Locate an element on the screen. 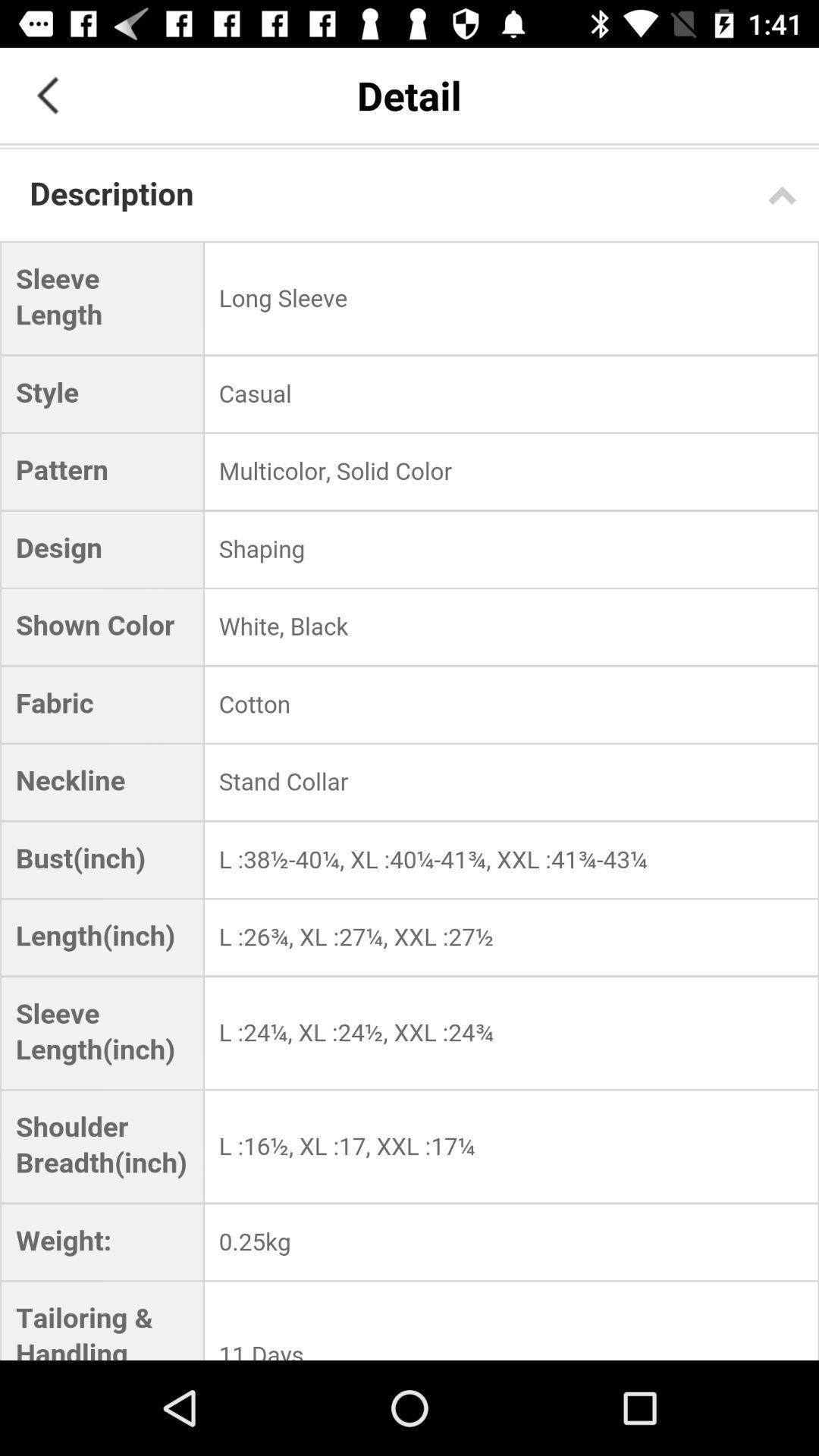  go back is located at coordinates (46, 94).